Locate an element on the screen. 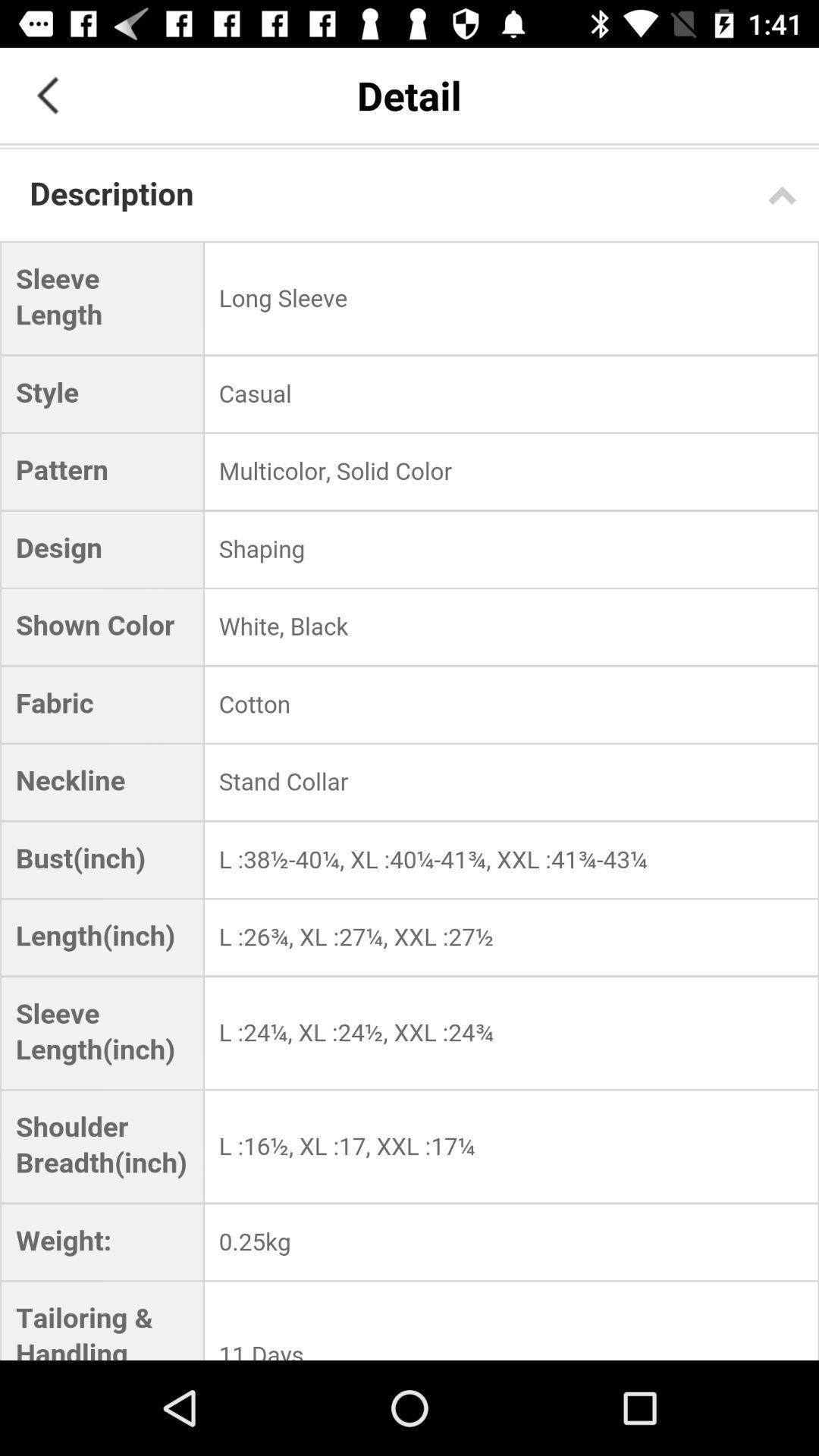  go back is located at coordinates (46, 94).